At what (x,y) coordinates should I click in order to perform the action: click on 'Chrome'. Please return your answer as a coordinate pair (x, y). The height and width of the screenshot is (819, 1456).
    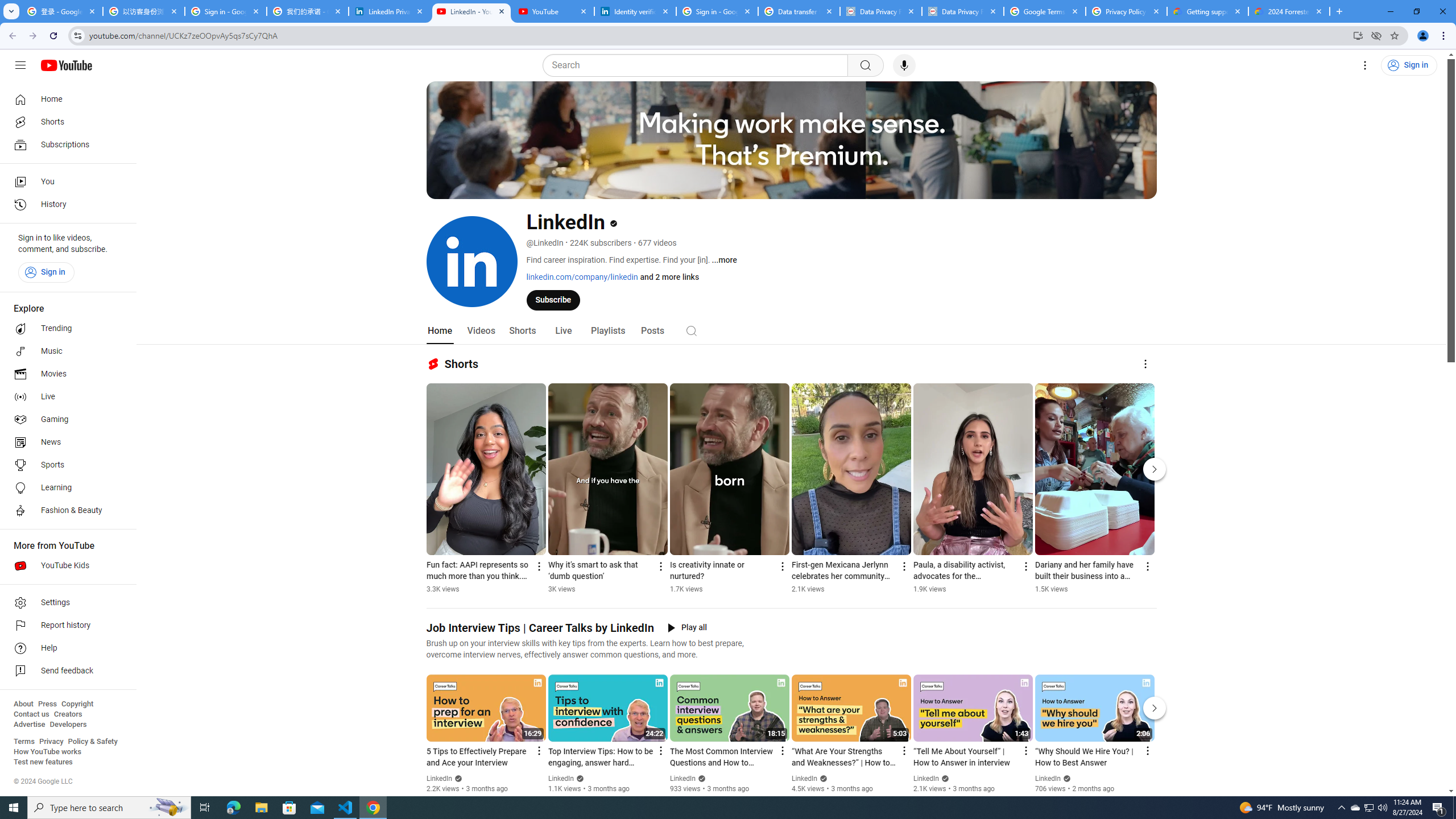
    Looking at the image, I should click on (1444, 35).